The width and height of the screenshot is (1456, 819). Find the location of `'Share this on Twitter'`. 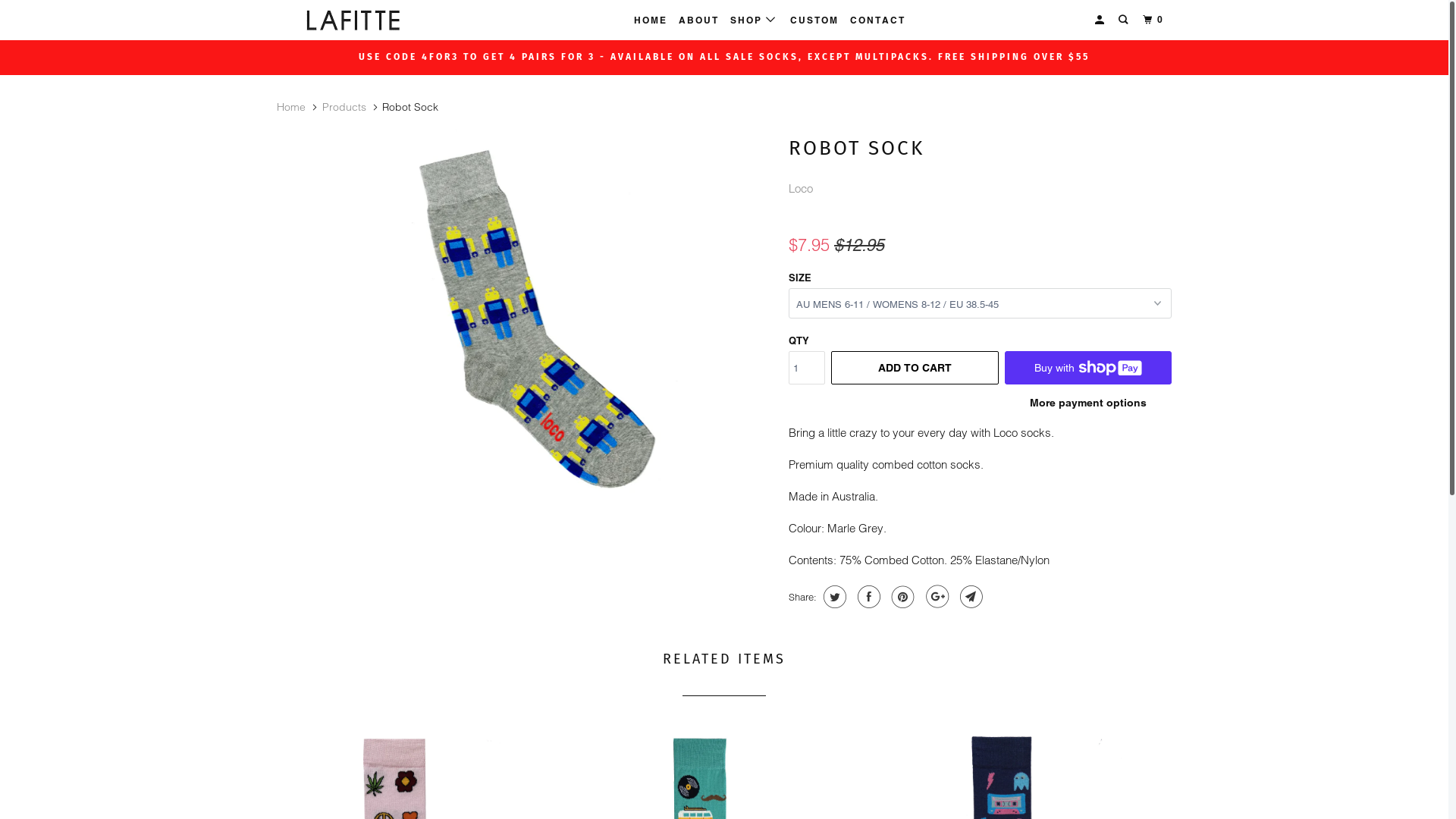

'Share this on Twitter' is located at coordinates (818, 595).